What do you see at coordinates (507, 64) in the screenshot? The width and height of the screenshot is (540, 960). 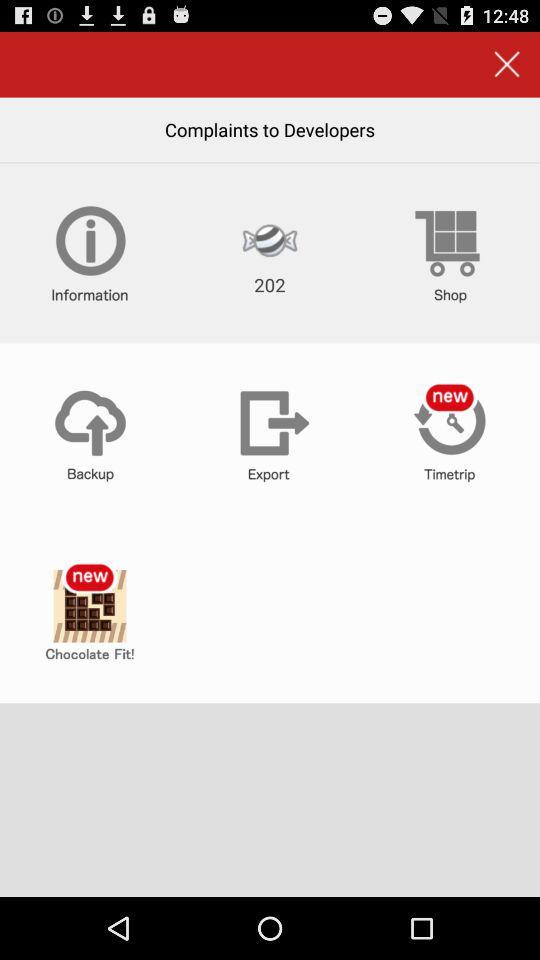 I see `exit app` at bounding box center [507, 64].